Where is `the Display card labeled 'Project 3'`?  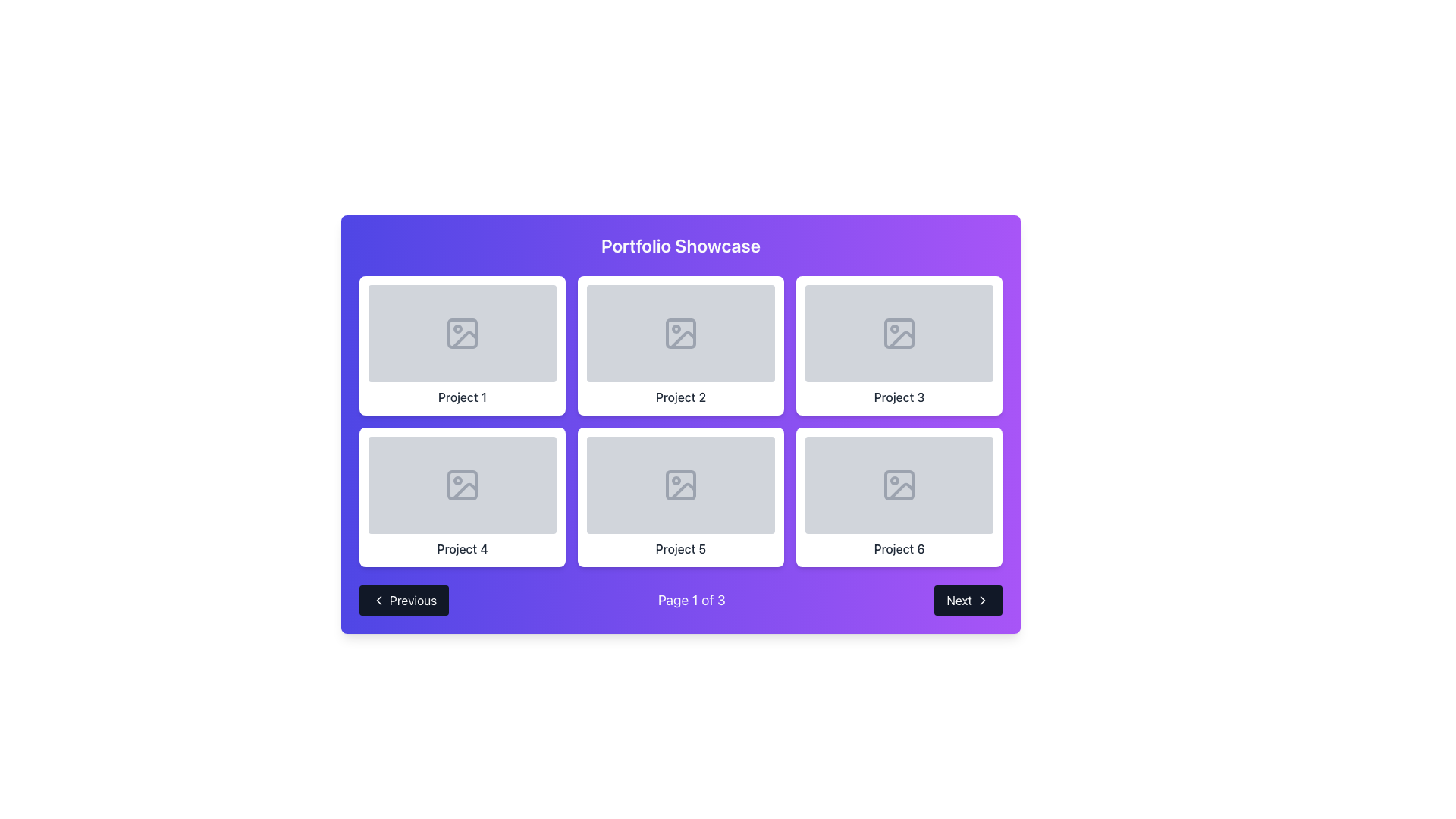
the Display card labeled 'Project 3' is located at coordinates (899, 345).